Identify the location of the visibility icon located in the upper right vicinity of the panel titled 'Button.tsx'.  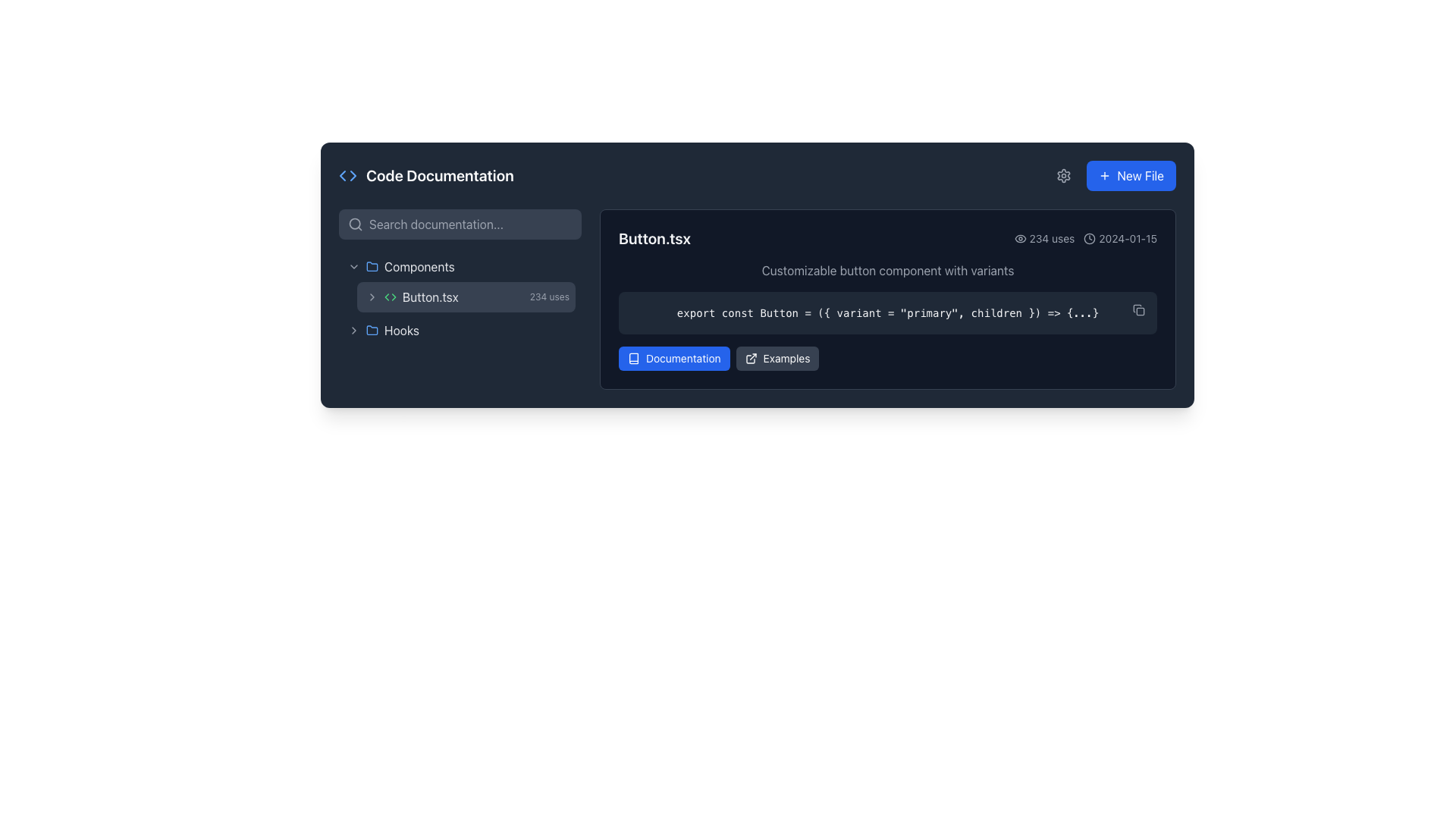
(1020, 239).